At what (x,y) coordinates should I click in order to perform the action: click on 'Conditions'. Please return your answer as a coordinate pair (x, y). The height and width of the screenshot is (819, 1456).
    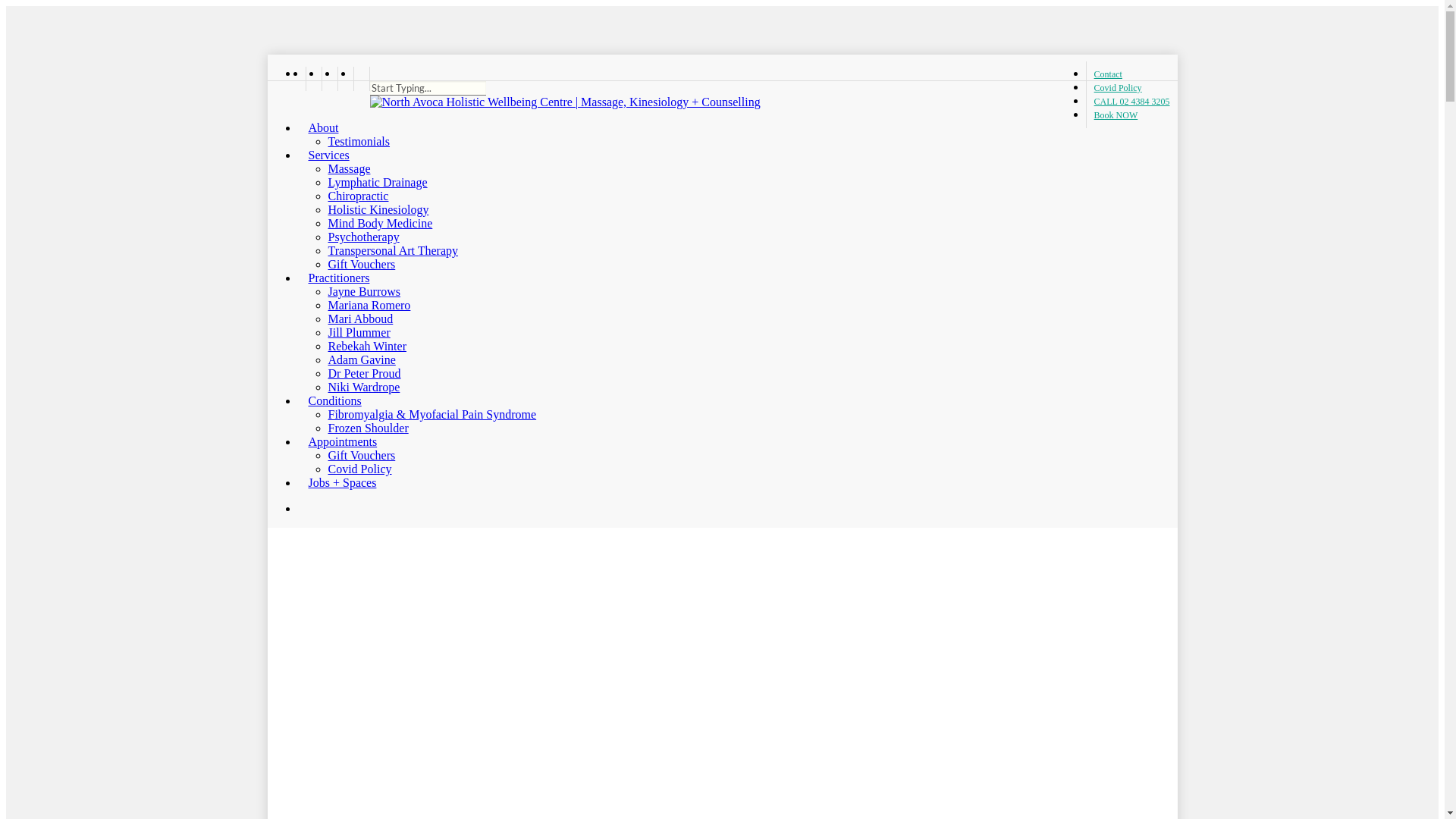
    Looking at the image, I should click on (297, 400).